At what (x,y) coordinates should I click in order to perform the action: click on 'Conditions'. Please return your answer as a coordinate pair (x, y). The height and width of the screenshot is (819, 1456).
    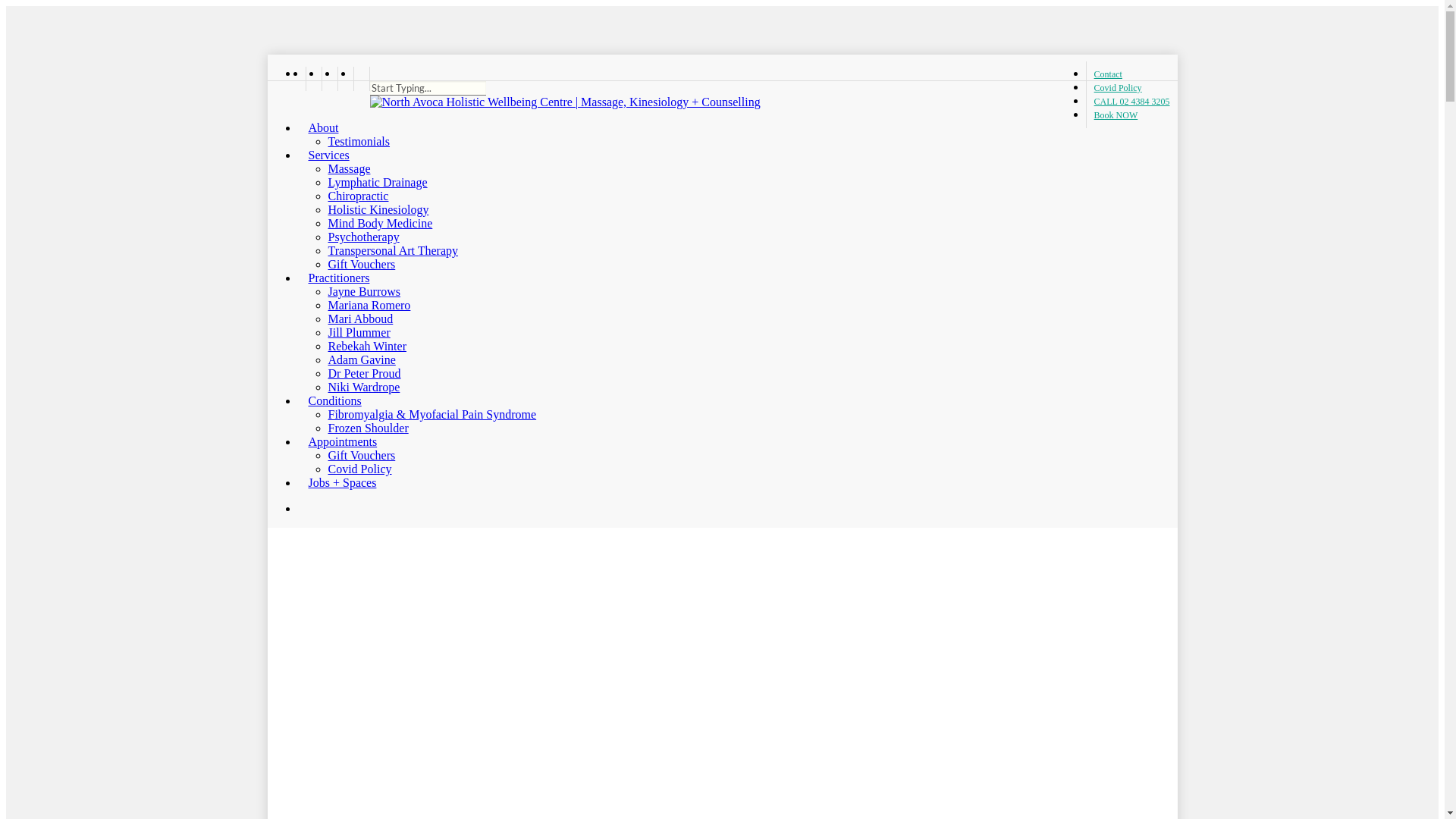
    Looking at the image, I should click on (297, 400).